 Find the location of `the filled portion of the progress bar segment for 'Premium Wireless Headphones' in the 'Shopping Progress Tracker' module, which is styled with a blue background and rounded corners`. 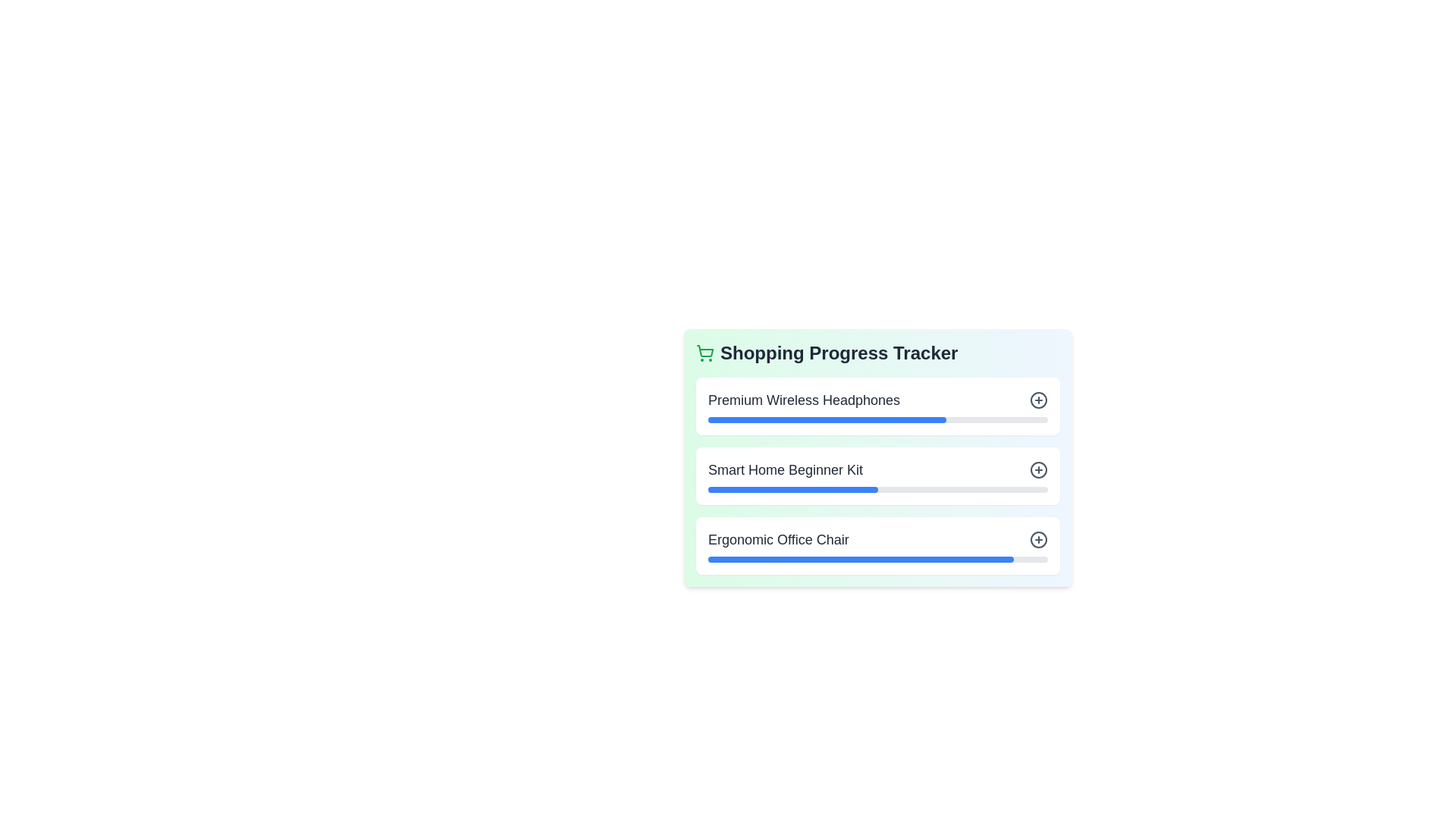

the filled portion of the progress bar segment for 'Premium Wireless Headphones' in the 'Shopping Progress Tracker' module, which is styled with a blue background and rounded corners is located at coordinates (826, 420).